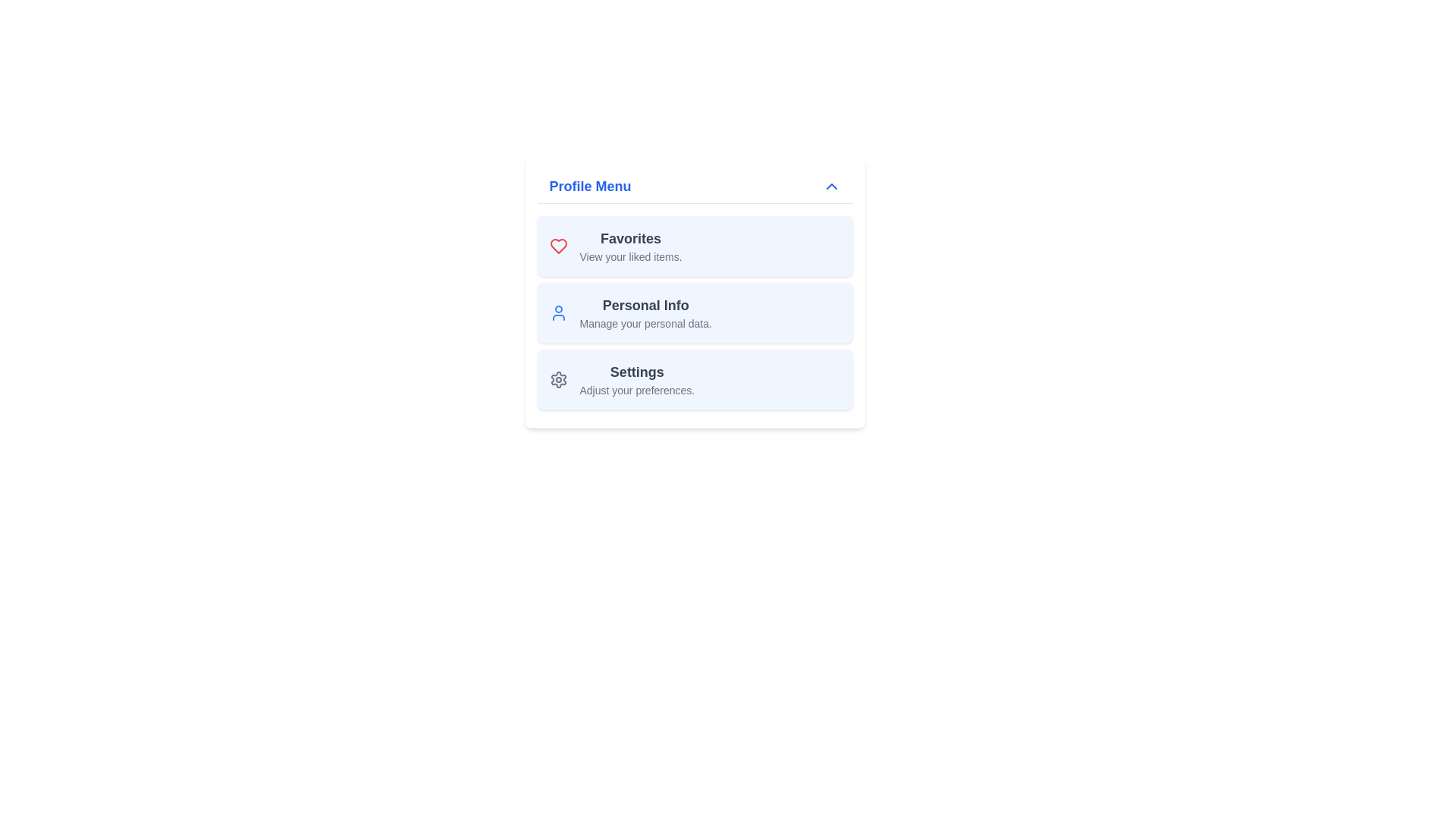 The width and height of the screenshot is (1456, 819). Describe the element at coordinates (637, 379) in the screenshot. I see `the third option in the 'Profile Menu' list, which allows users` at that location.